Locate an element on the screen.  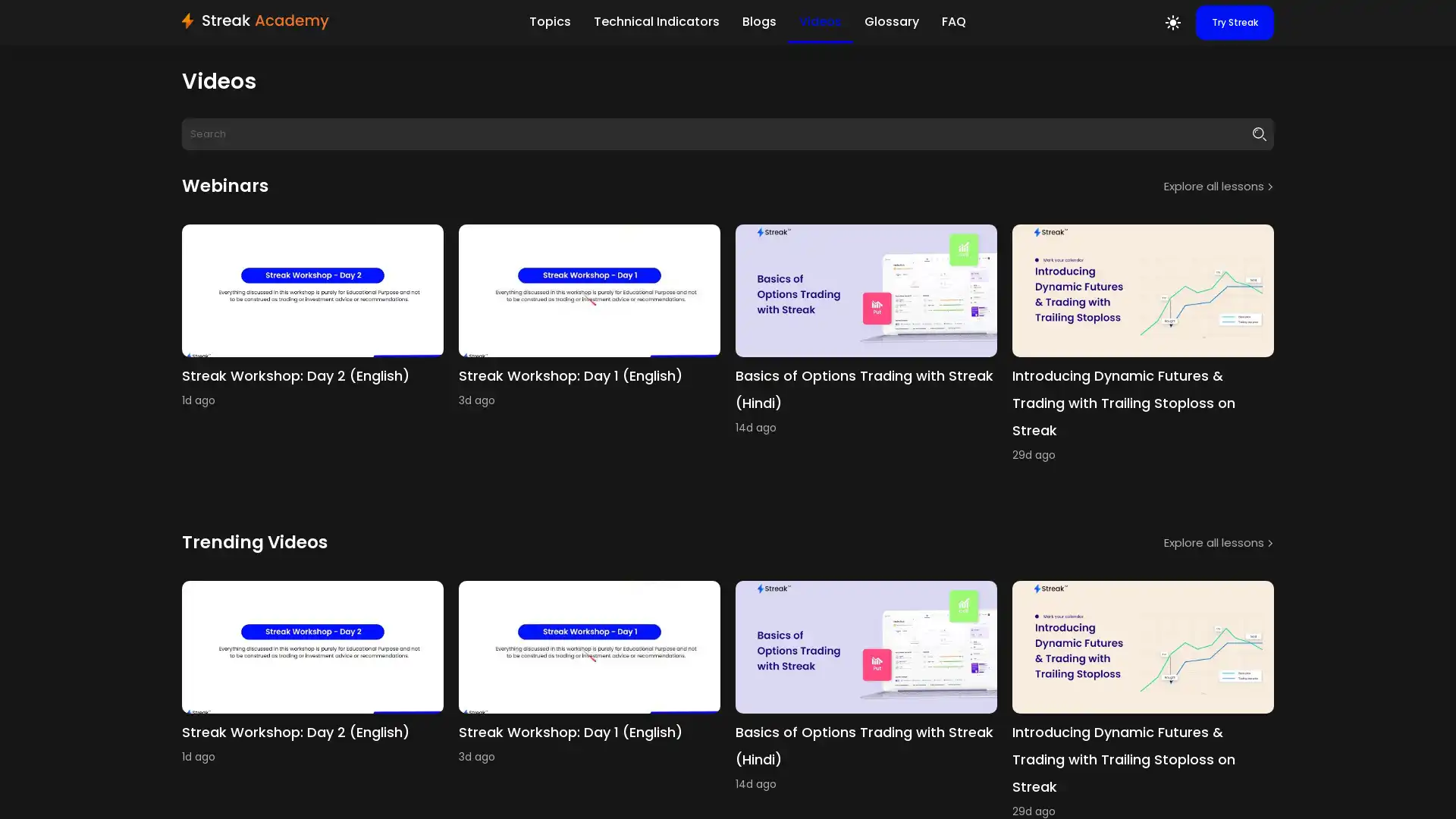
Videos is located at coordinates (818, 22).